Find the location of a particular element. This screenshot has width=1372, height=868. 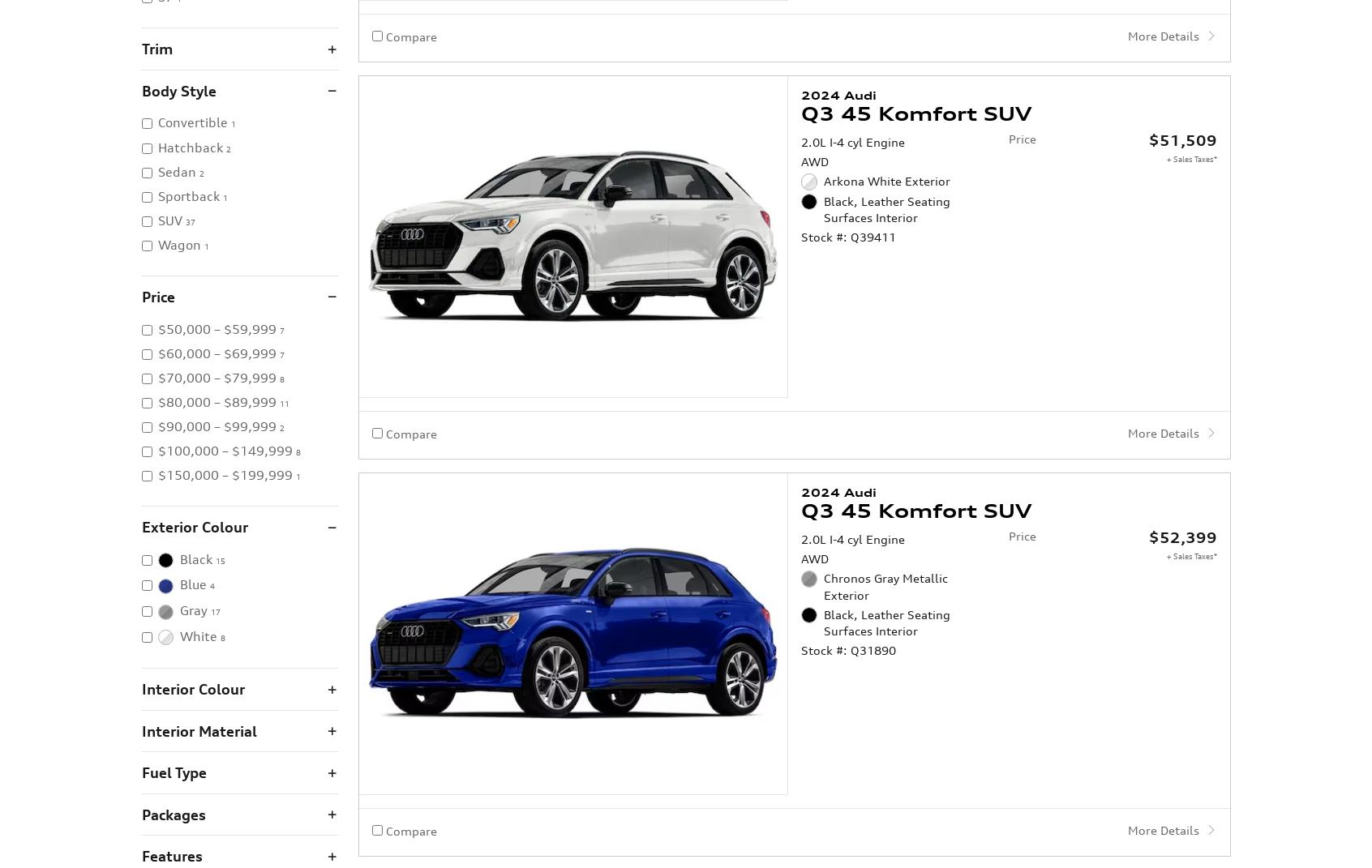

'Packages' is located at coordinates (174, 814).